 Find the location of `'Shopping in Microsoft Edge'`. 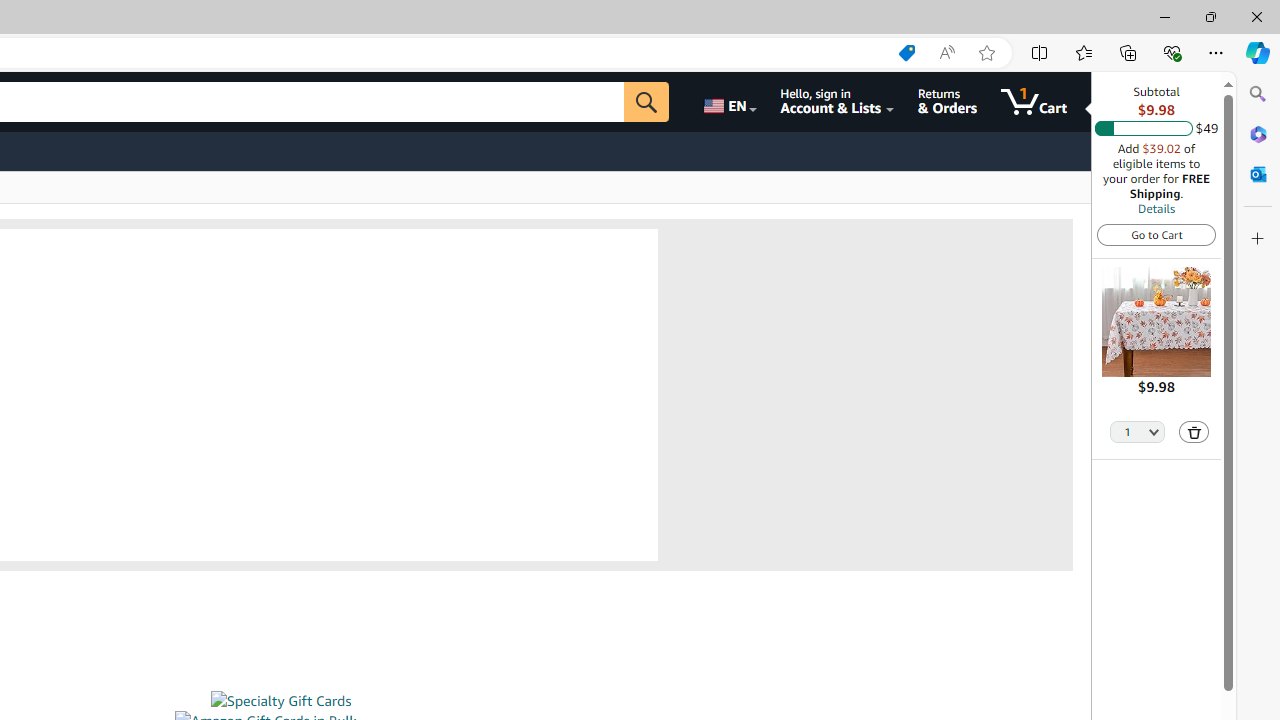

'Shopping in Microsoft Edge' is located at coordinates (905, 52).